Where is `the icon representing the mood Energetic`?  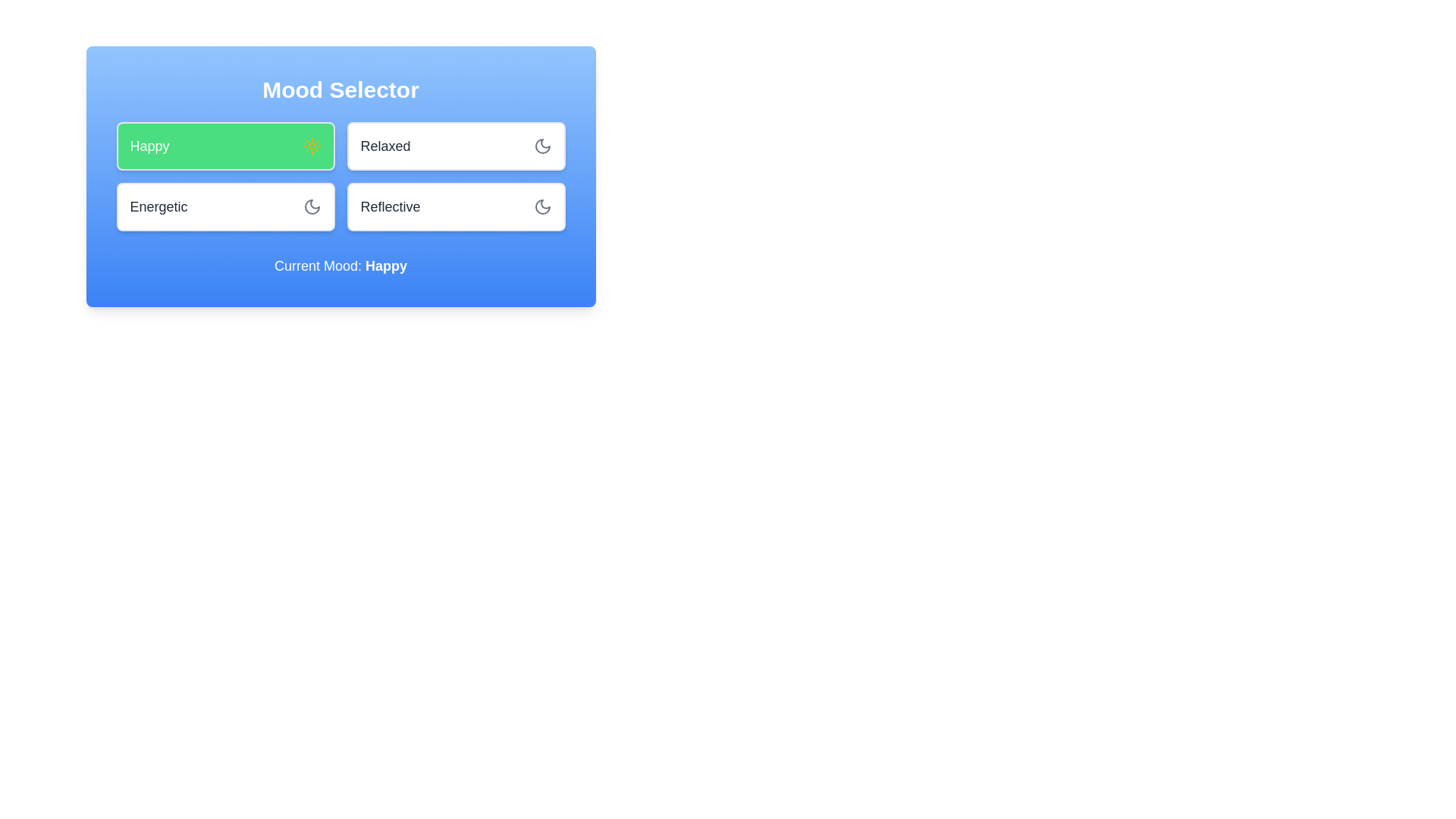
the icon representing the mood Energetic is located at coordinates (311, 207).